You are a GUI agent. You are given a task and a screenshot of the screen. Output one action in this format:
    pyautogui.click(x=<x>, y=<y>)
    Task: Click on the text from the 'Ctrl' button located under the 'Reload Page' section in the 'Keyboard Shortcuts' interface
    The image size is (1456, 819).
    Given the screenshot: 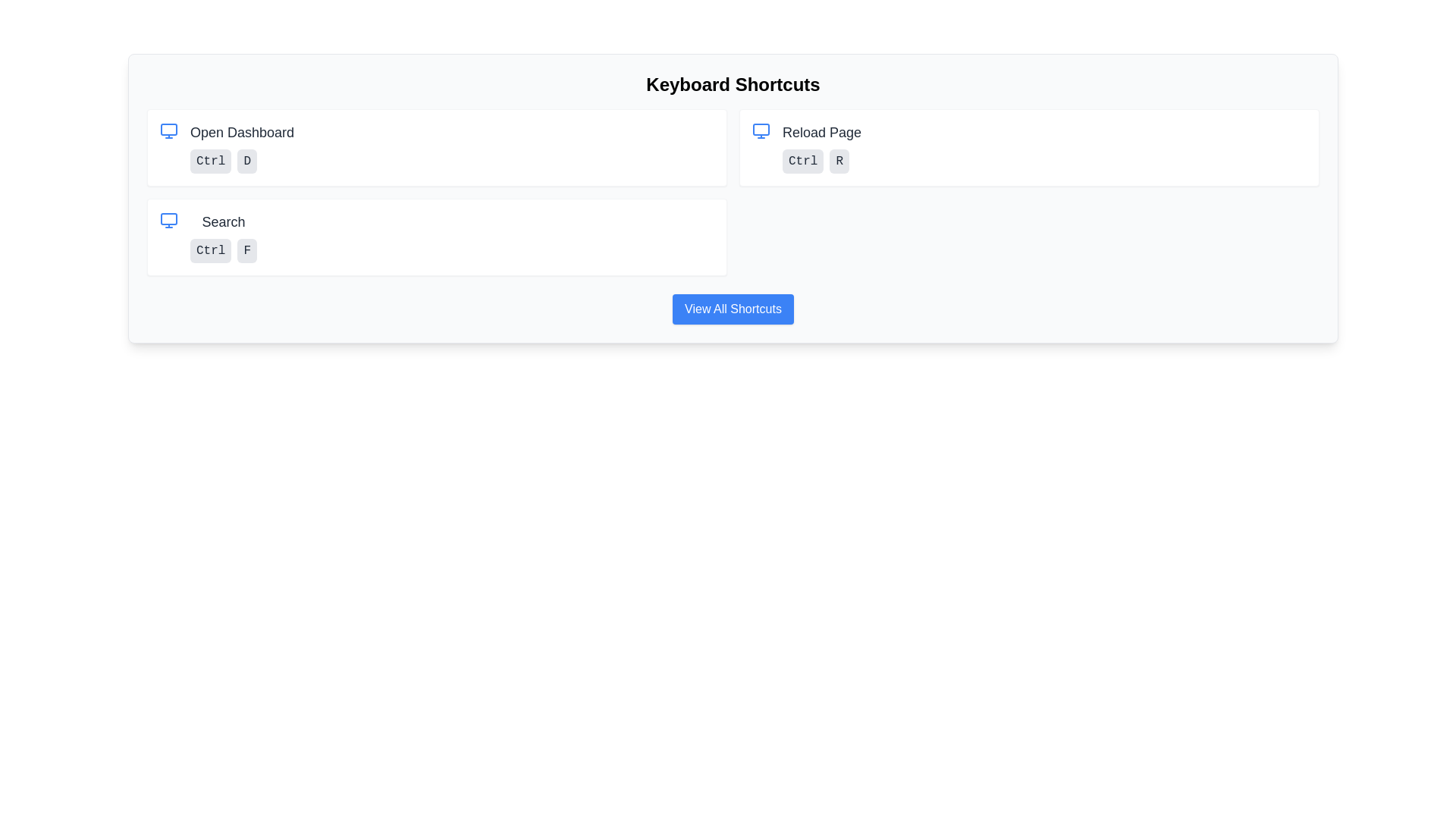 What is the action you would take?
    pyautogui.click(x=802, y=161)
    